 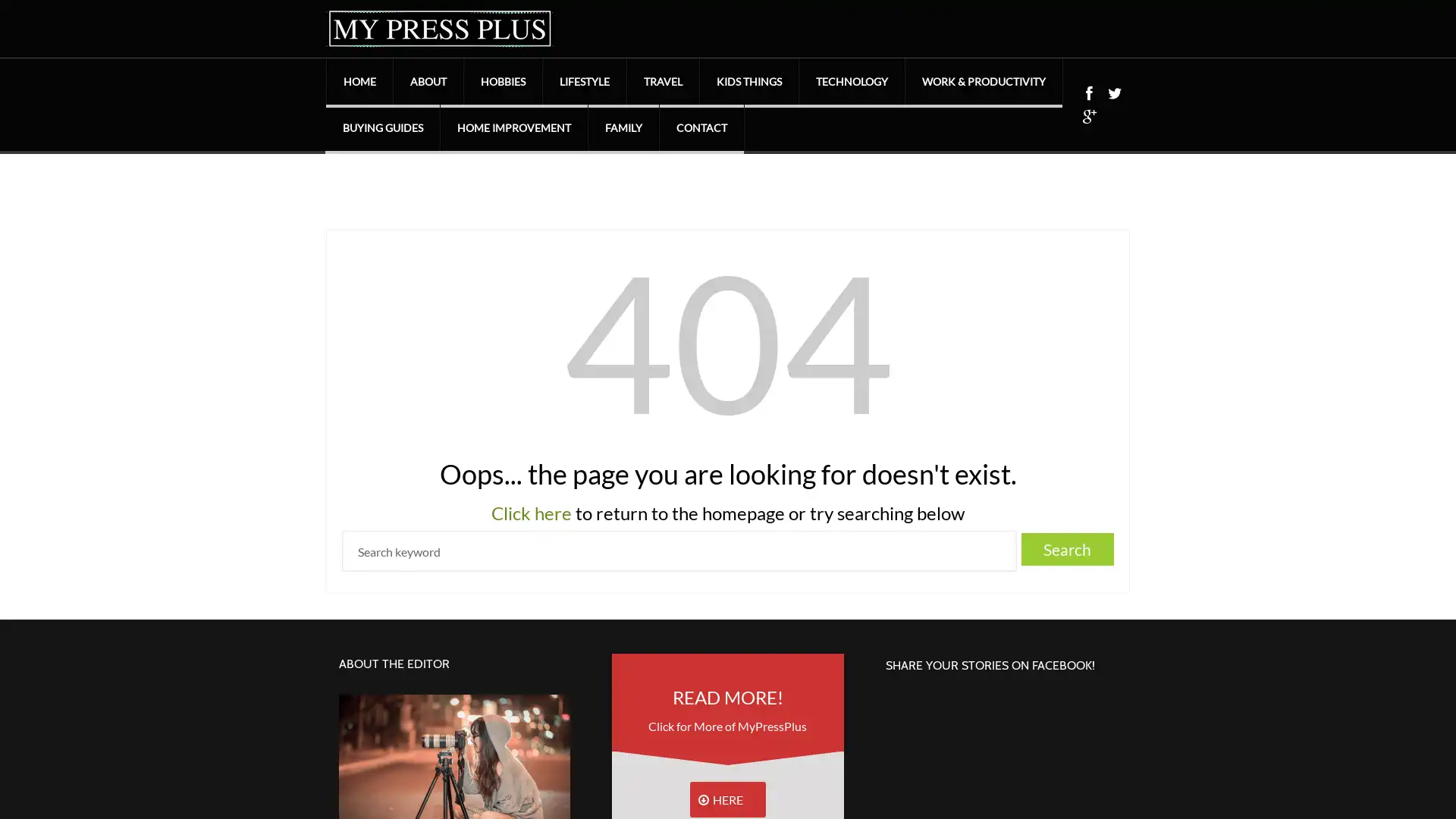 What do you see at coordinates (1066, 549) in the screenshot?
I see `Search` at bounding box center [1066, 549].